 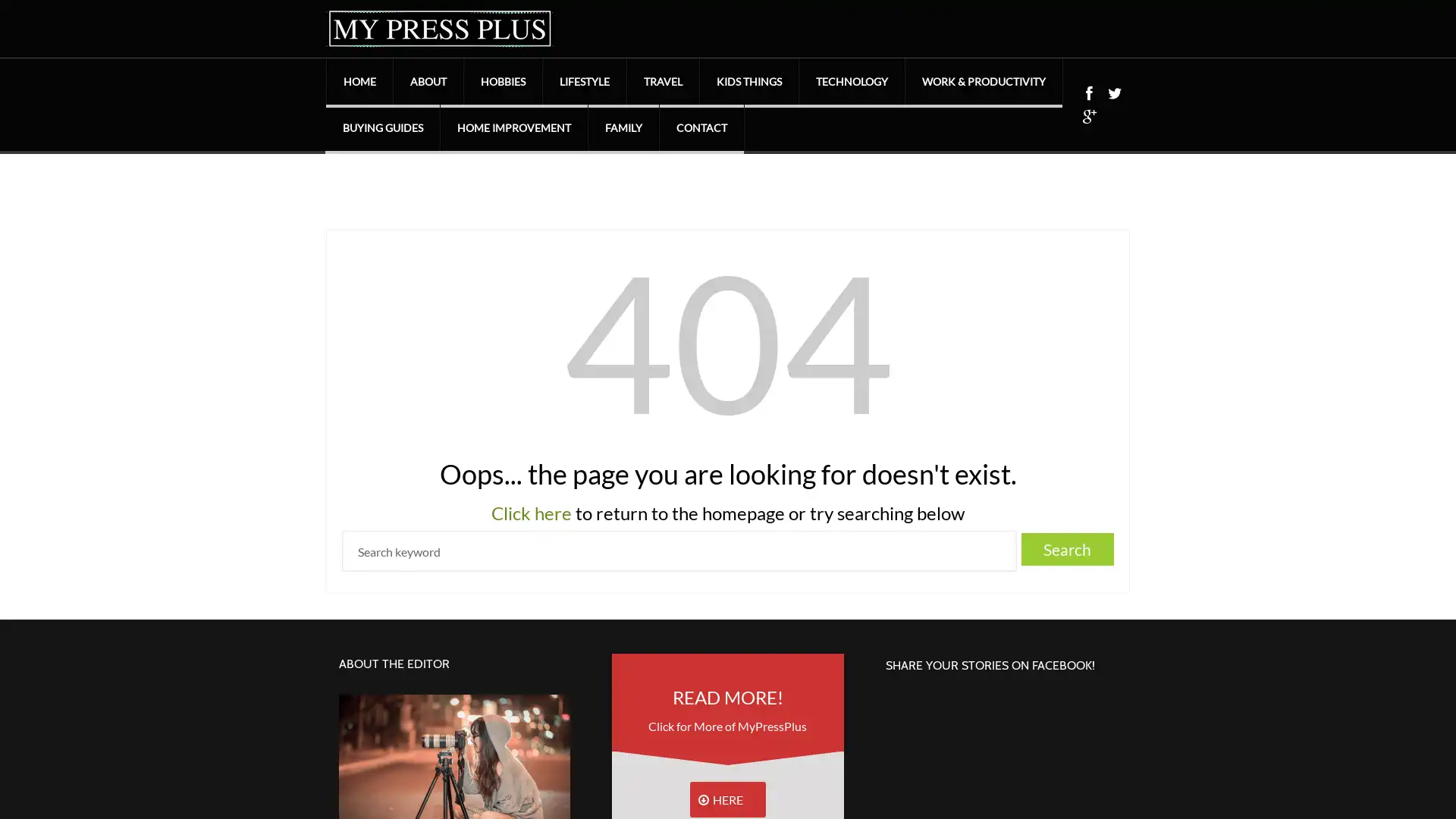 What do you see at coordinates (1066, 549) in the screenshot?
I see `Search` at bounding box center [1066, 549].